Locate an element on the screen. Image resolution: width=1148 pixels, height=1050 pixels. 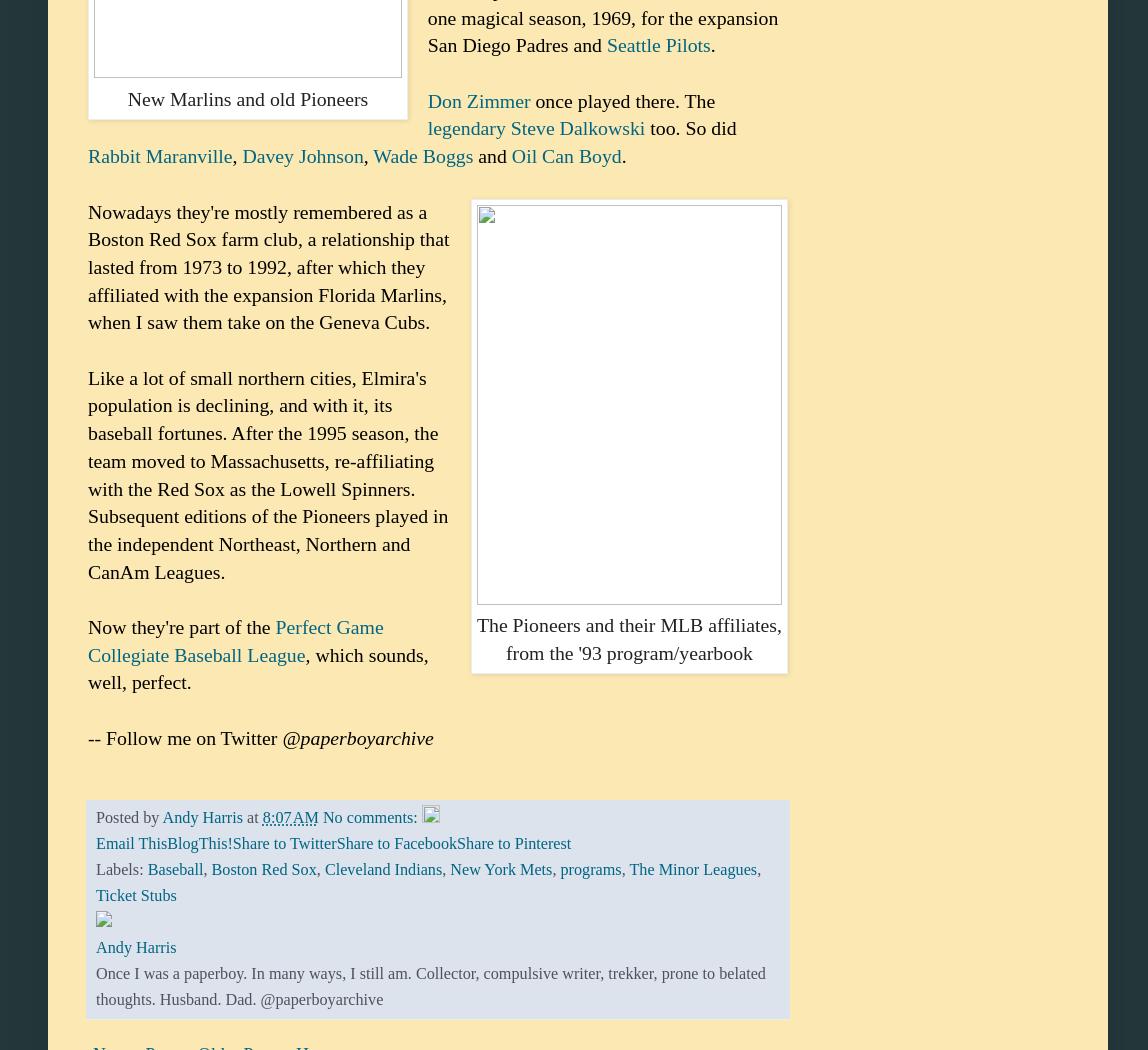
'from the '93 program/yearbook' is located at coordinates (627, 651).